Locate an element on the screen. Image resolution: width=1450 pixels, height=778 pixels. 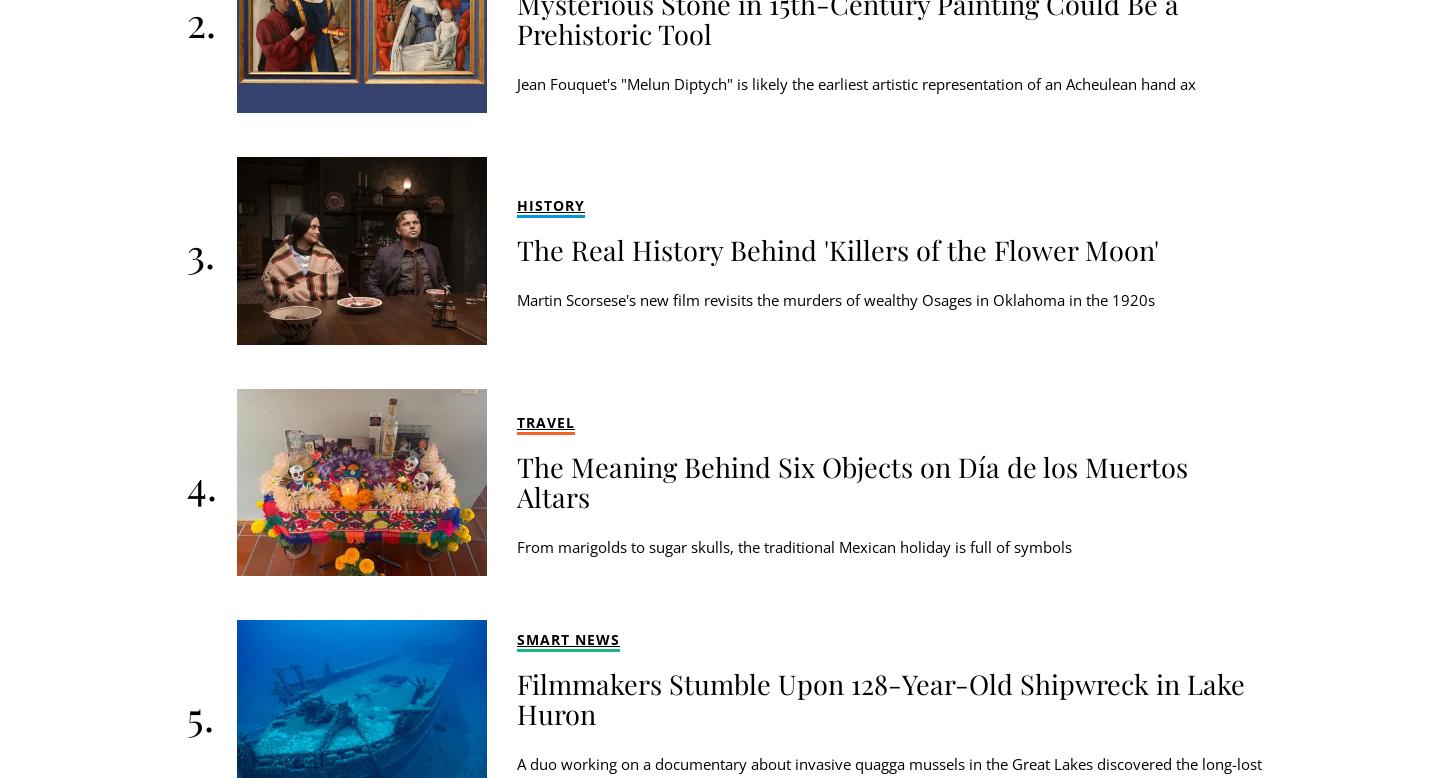
'Smart News' is located at coordinates (568, 638).